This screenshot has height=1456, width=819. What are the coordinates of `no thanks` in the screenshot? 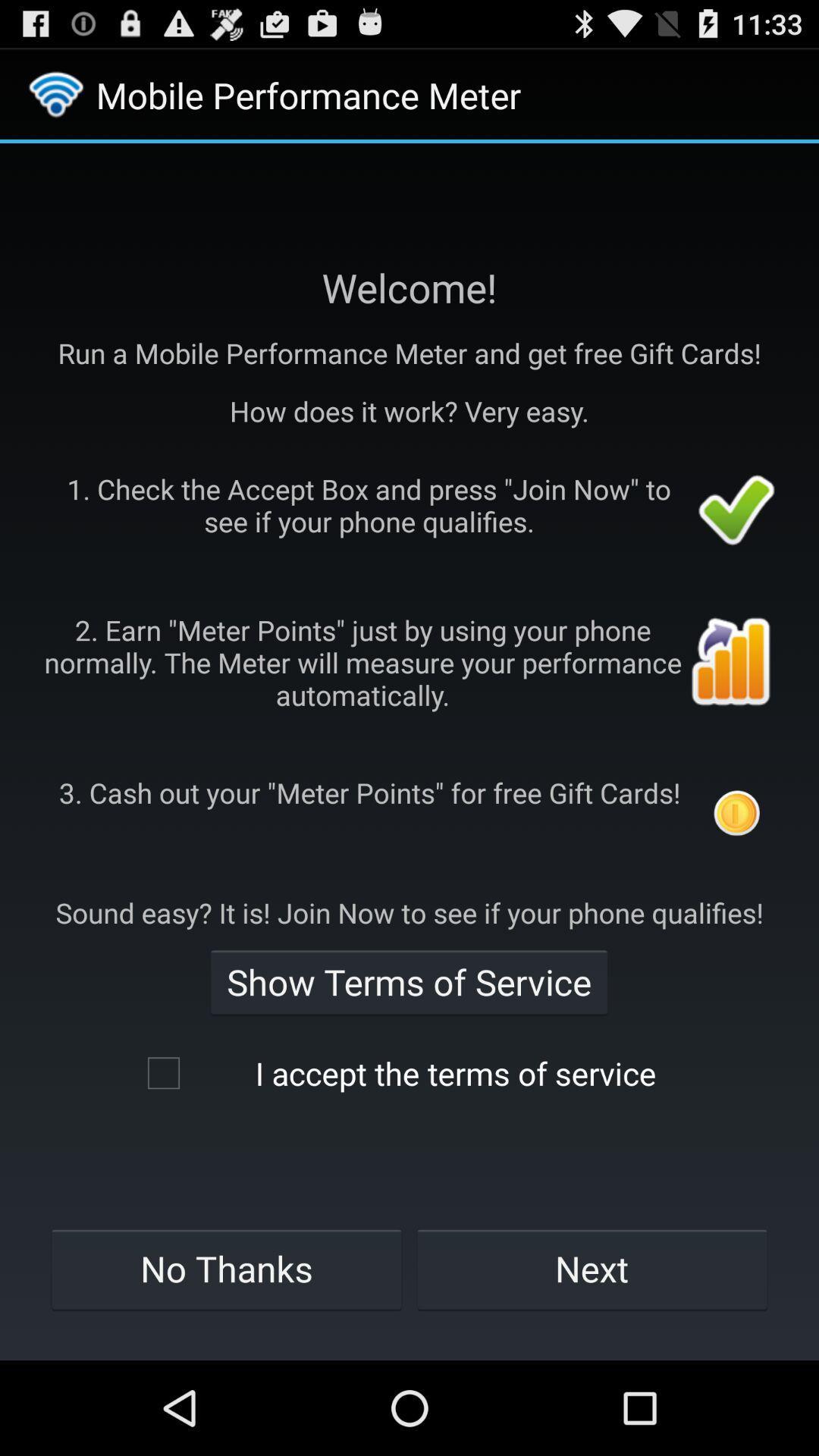 It's located at (226, 1269).